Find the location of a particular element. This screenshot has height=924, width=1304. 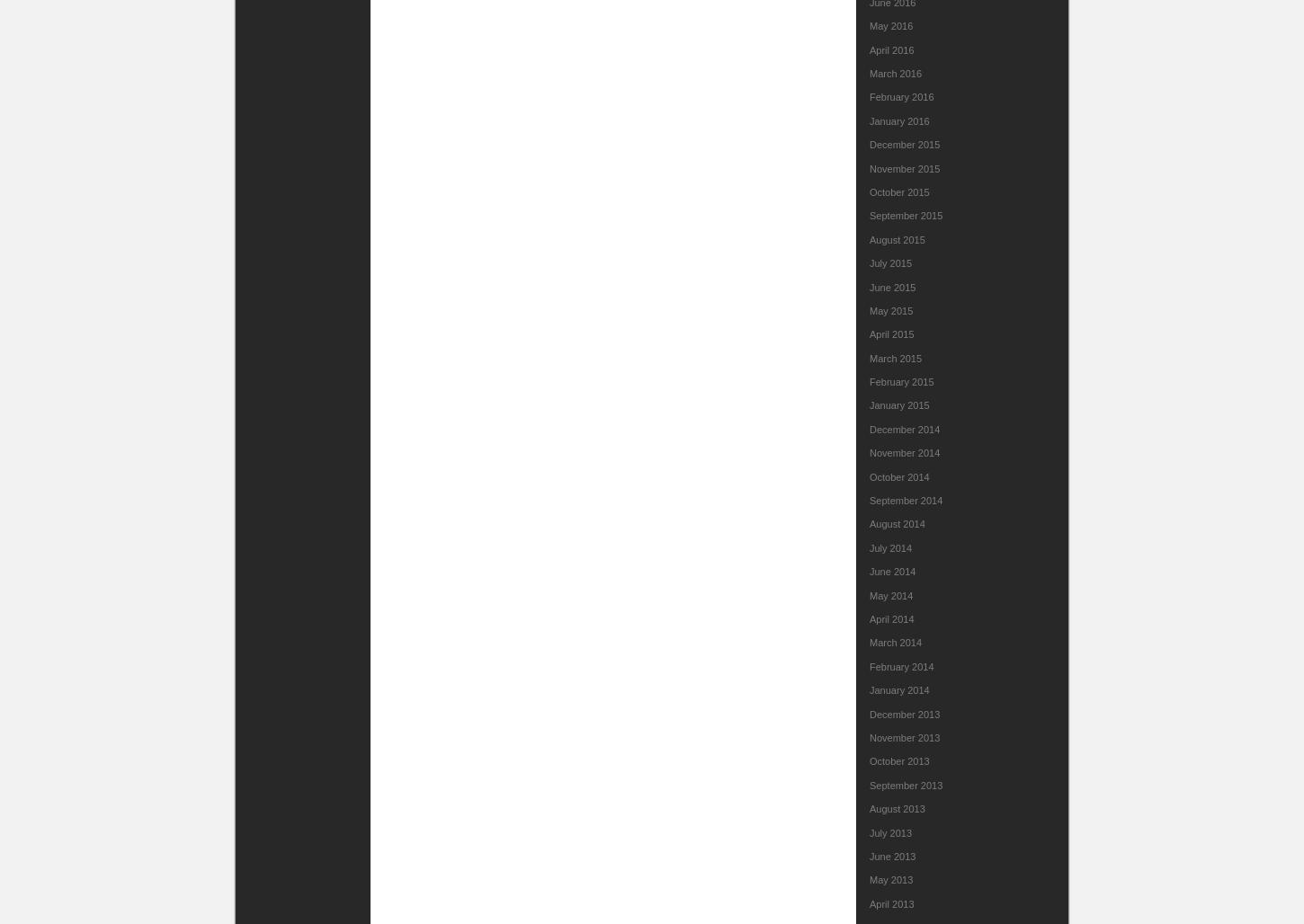

'January 2014' is located at coordinates (870, 689).